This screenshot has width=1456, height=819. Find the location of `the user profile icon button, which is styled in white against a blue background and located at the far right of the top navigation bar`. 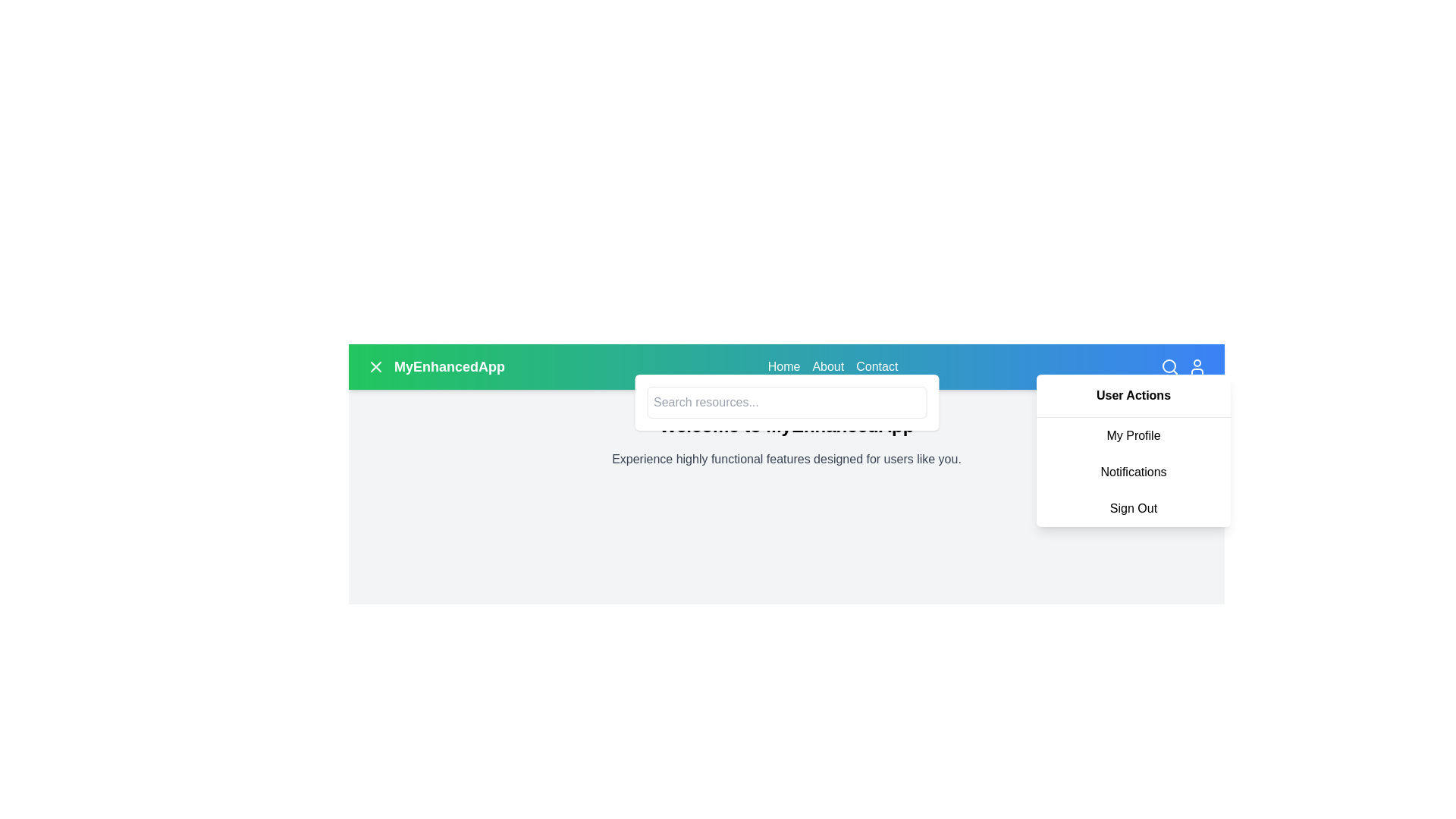

the user profile icon button, which is styled in white against a blue background and located at the far right of the top navigation bar is located at coordinates (1197, 366).